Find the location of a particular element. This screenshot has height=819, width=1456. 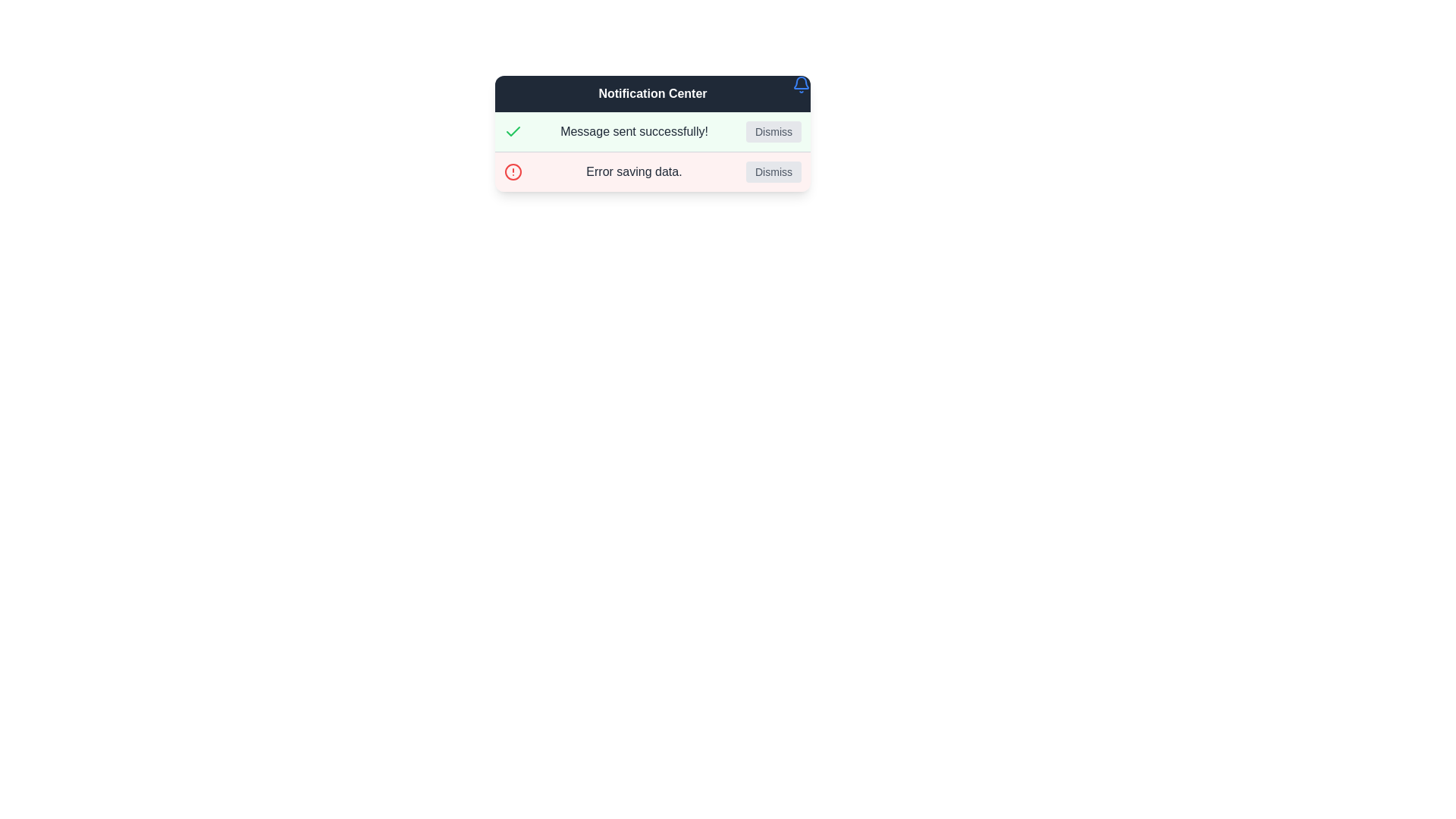

the green checkmark icon representing successful actions, located to the left of the text 'Message sent successfully!' in the notification box is located at coordinates (513, 130).